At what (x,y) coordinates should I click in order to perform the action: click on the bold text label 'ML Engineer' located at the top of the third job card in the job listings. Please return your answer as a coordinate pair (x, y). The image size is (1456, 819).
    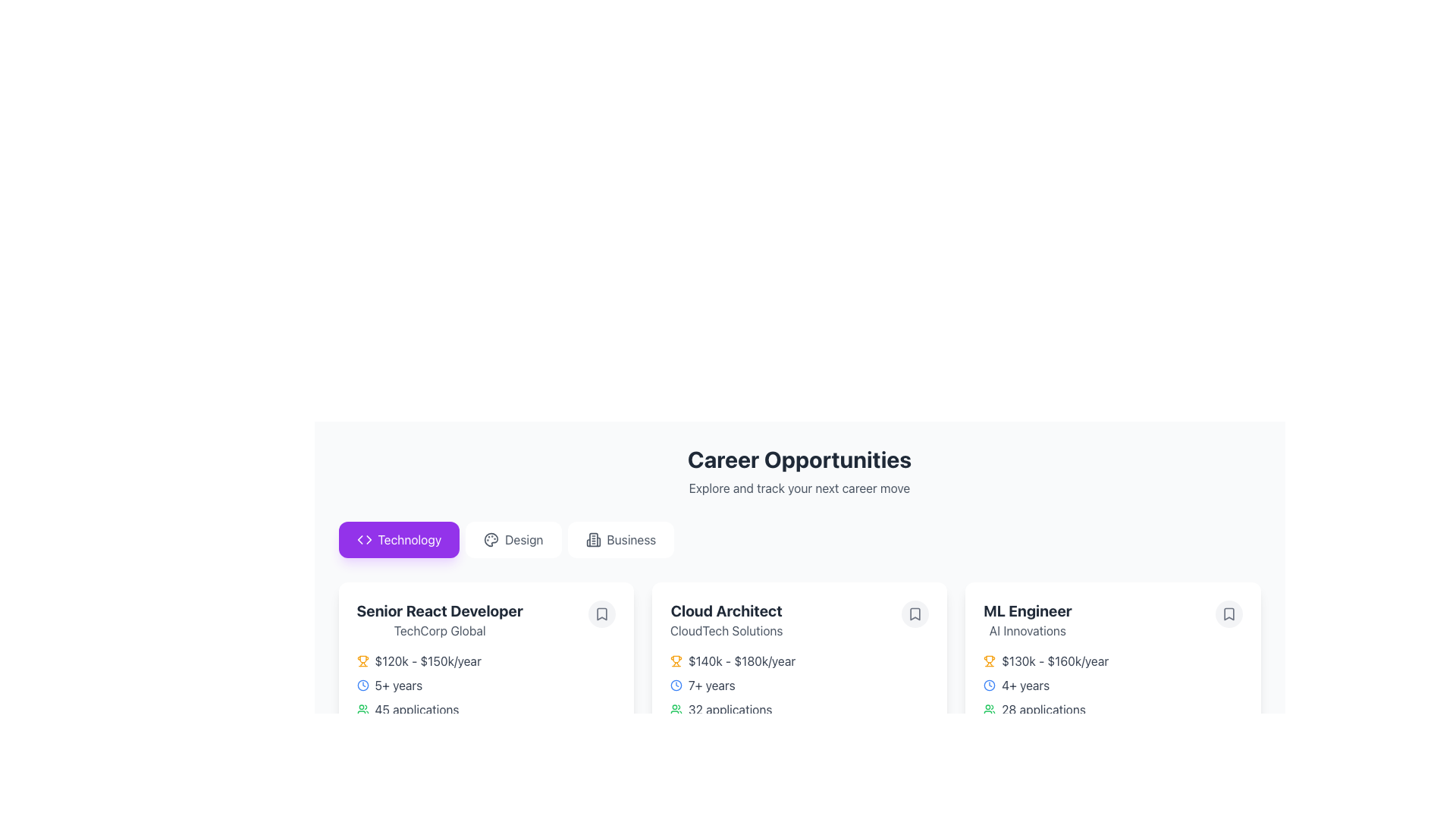
    Looking at the image, I should click on (1028, 610).